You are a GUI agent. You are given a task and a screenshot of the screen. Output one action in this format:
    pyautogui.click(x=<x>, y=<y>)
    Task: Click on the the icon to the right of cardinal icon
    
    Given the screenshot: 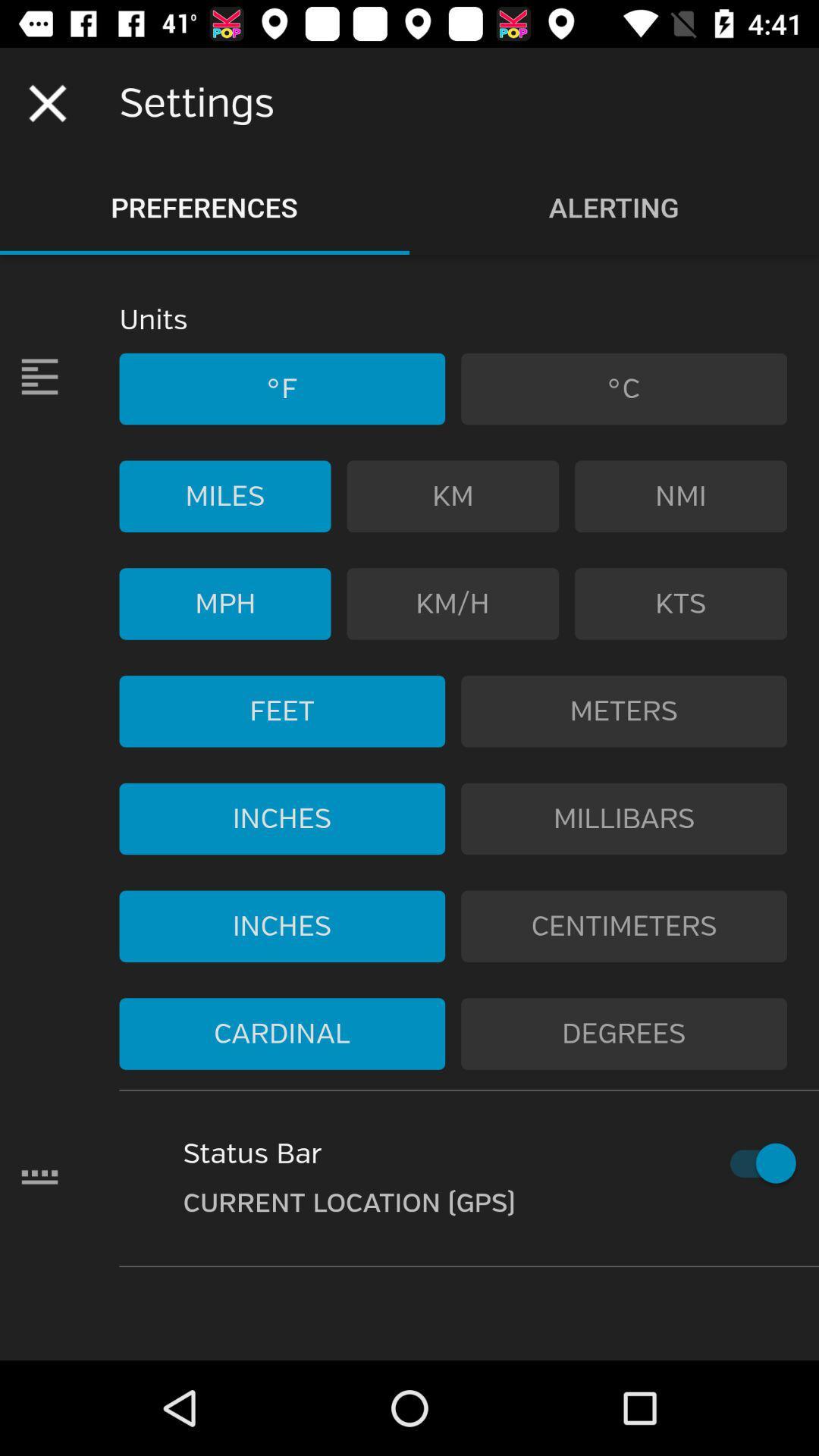 What is the action you would take?
    pyautogui.click(x=624, y=1033)
    